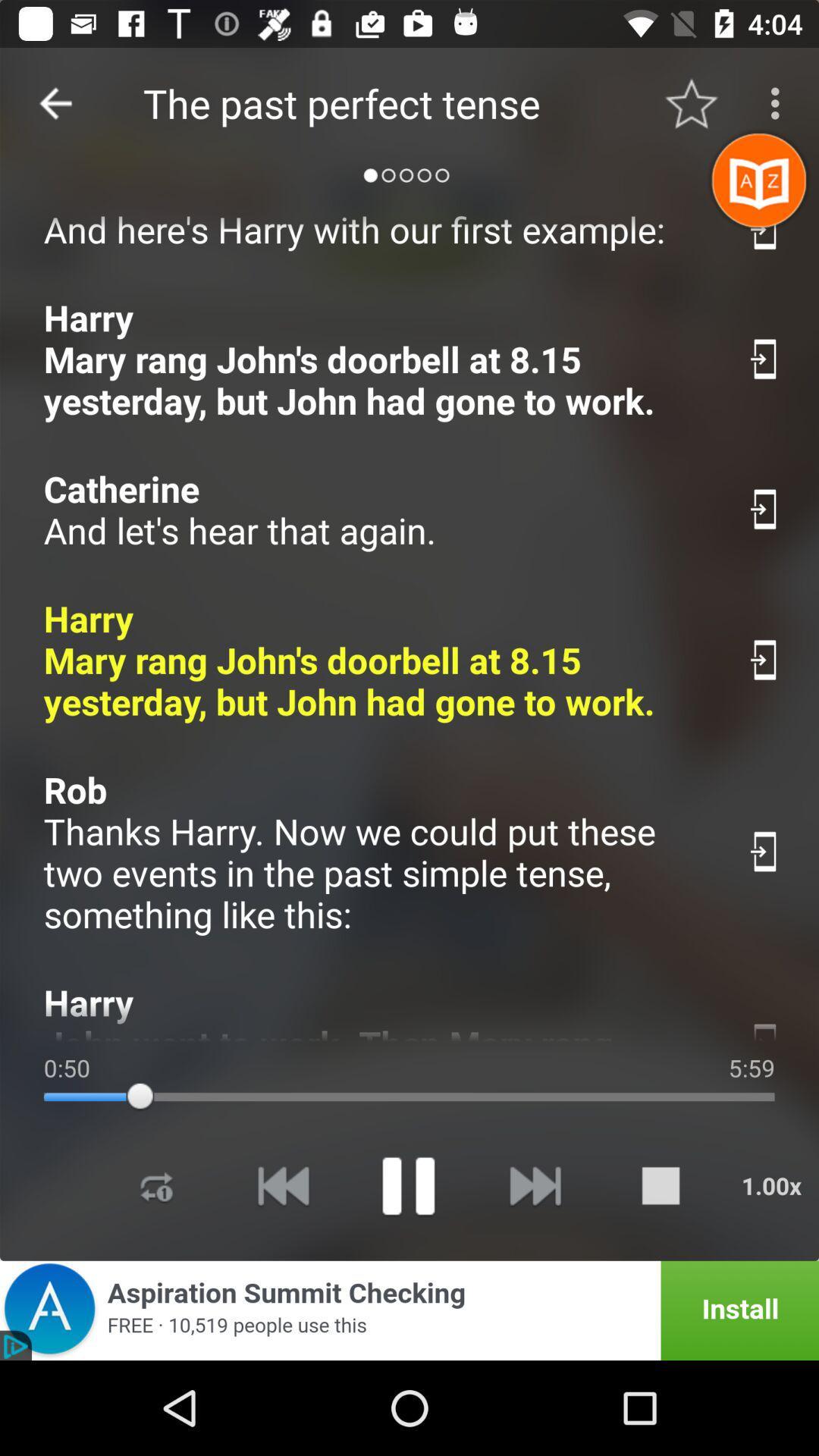 The image size is (819, 1456). I want to click on previous song media, so click(283, 1185).